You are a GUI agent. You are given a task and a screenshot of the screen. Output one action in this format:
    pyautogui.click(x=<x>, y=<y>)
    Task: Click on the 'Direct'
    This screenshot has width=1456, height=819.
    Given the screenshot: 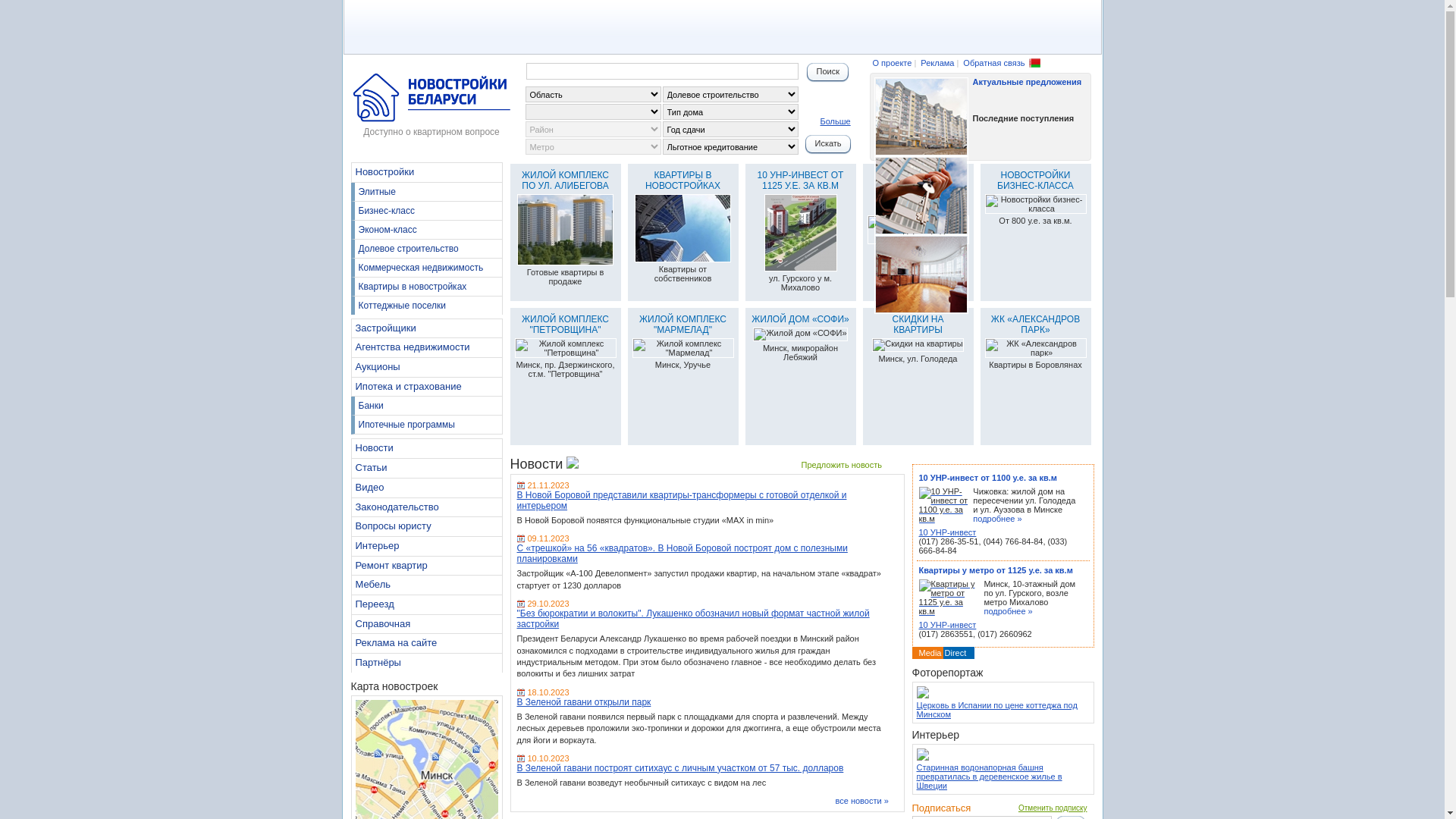 What is the action you would take?
    pyautogui.click(x=944, y=651)
    